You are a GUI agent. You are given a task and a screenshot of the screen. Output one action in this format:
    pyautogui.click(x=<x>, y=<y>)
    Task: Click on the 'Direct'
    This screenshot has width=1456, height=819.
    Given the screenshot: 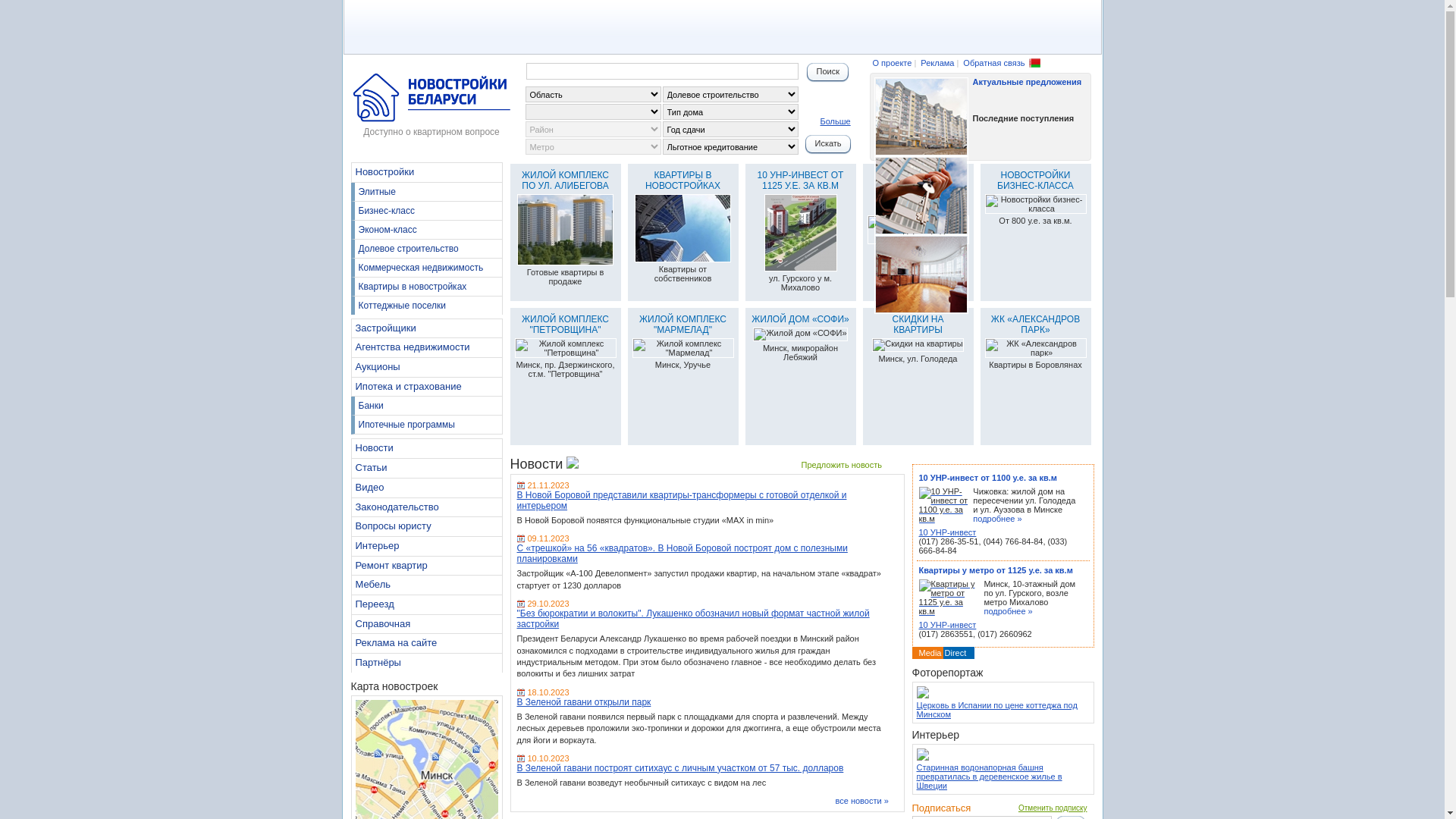 What is the action you would take?
    pyautogui.click(x=944, y=651)
    